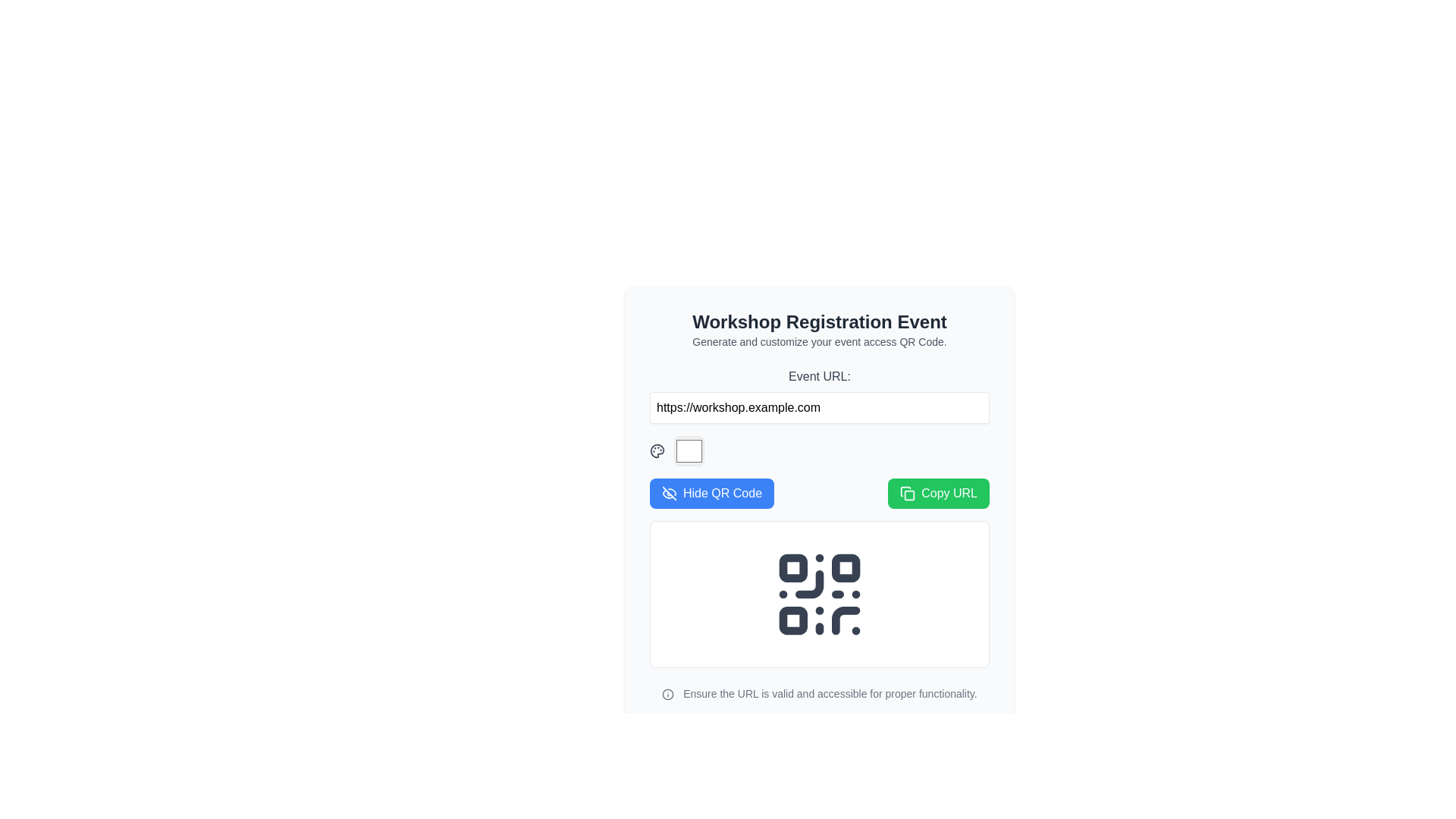 The height and width of the screenshot is (819, 1456). Describe the element at coordinates (905, 491) in the screenshot. I see `the vector graphic element located in the center-right section of the interface, which is part of a grouped SVG icon representing an action icon` at that location.